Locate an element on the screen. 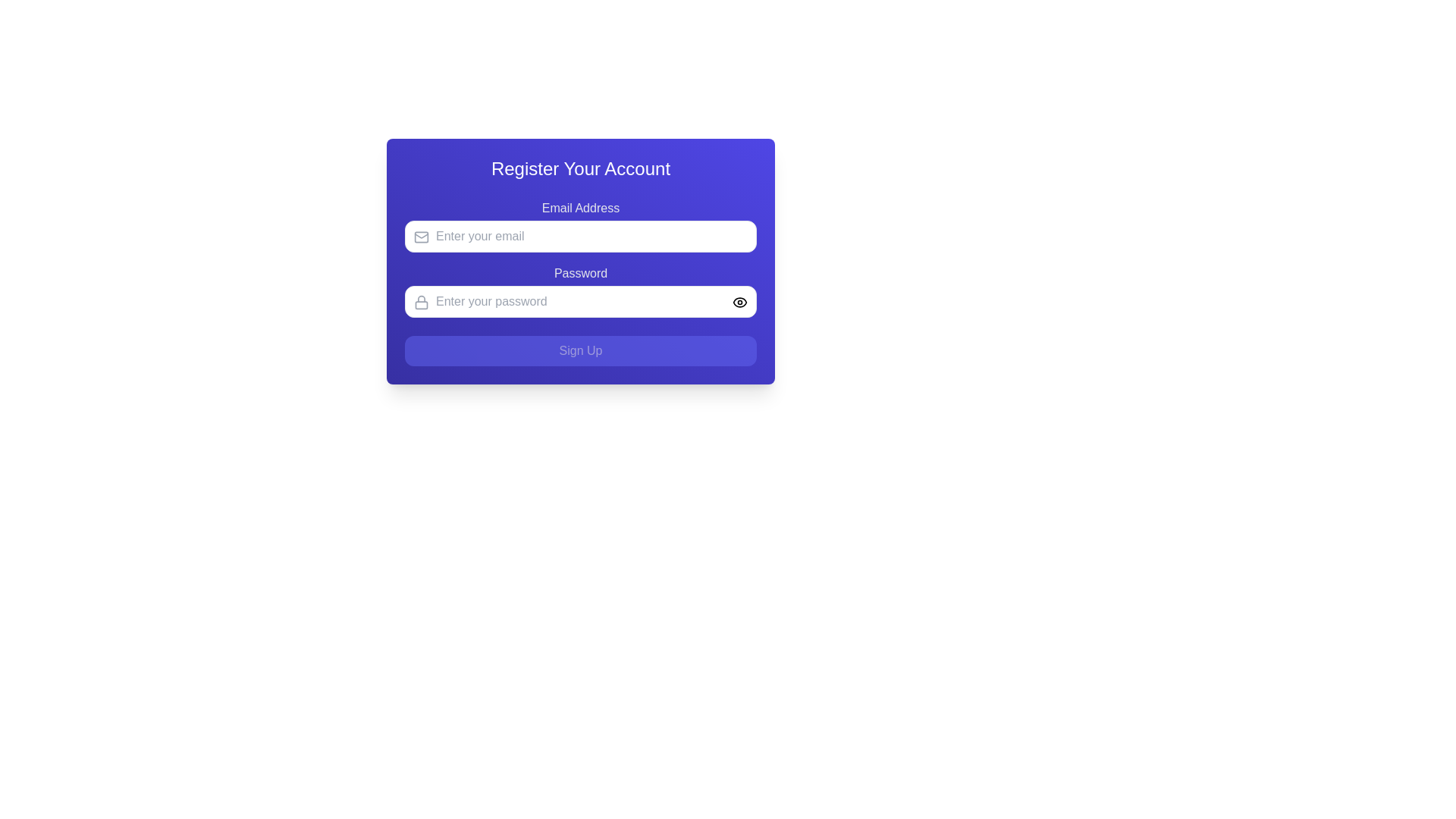 The width and height of the screenshot is (1456, 819). the 'Email Address' text label, which is styled in light gray on a purple background and positioned at the top of the form section above the email input field is located at coordinates (580, 208).